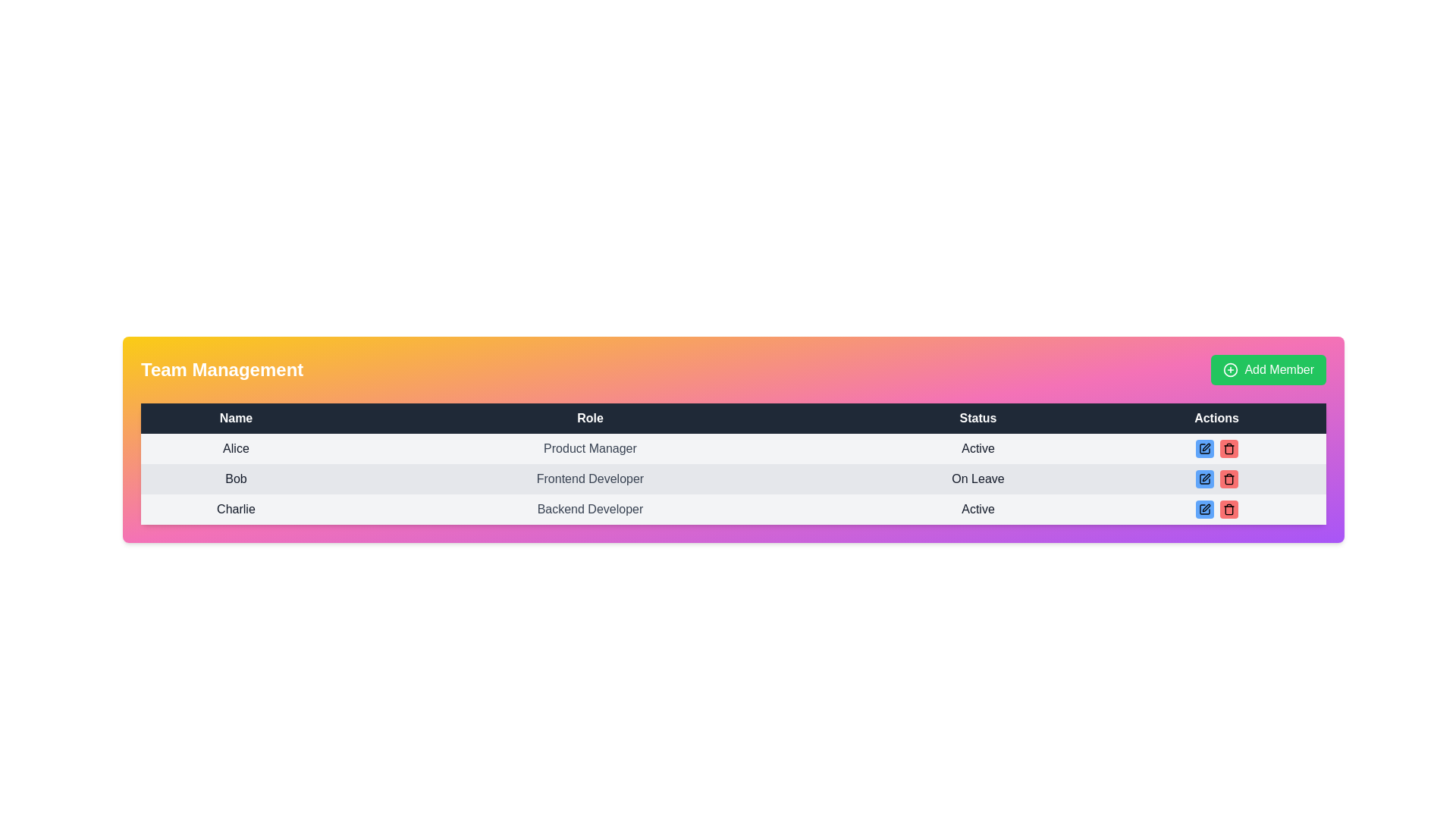 The width and height of the screenshot is (1456, 819). I want to click on text from the static label displaying 'Status', which is the third header item in a black header bar layout, so click(978, 418).